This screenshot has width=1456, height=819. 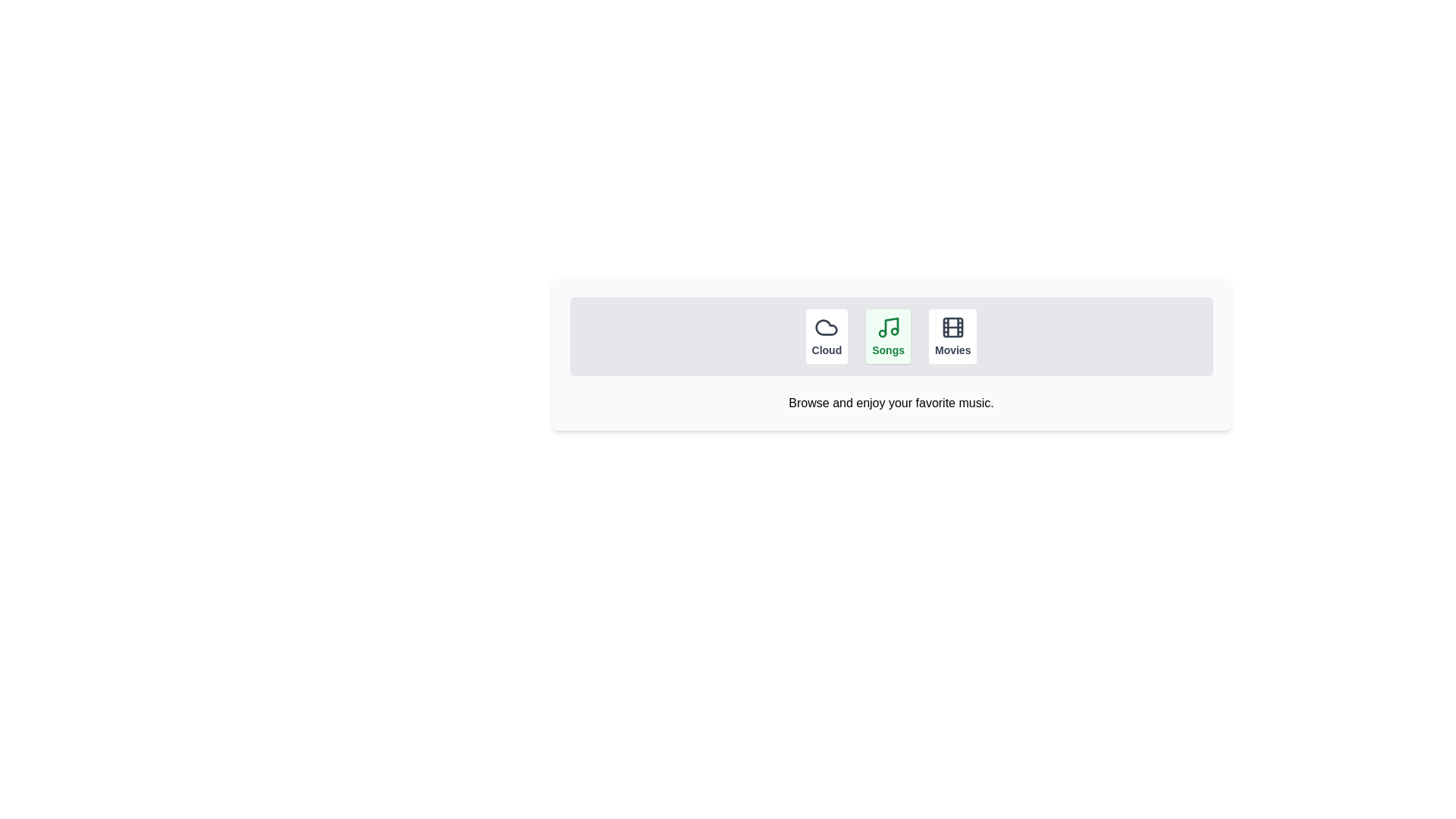 I want to click on the interactive button labeled 'Cloud', which is the first button in a row of three, so click(x=826, y=335).